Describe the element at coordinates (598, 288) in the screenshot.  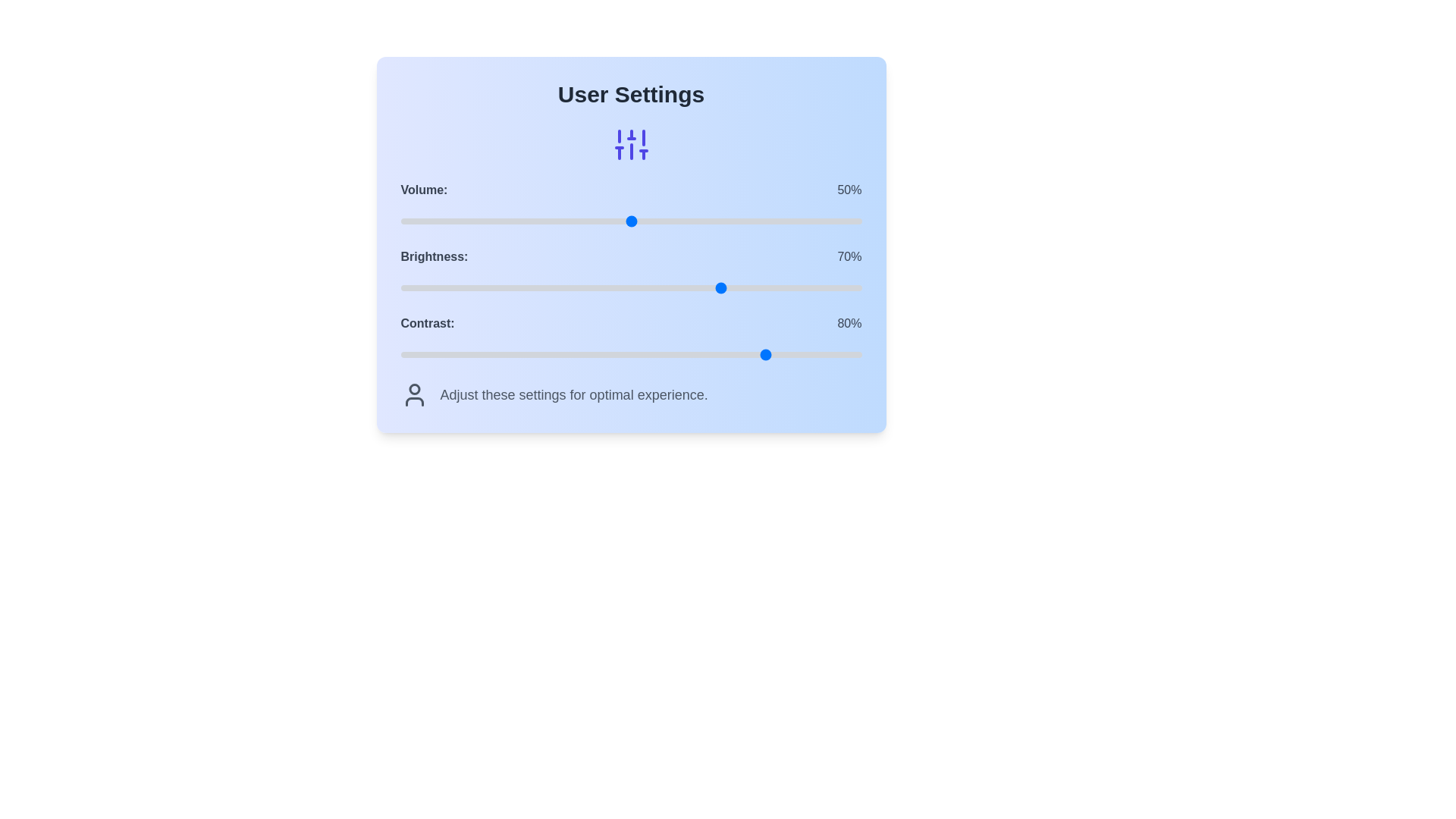
I see `the brightness level` at that location.